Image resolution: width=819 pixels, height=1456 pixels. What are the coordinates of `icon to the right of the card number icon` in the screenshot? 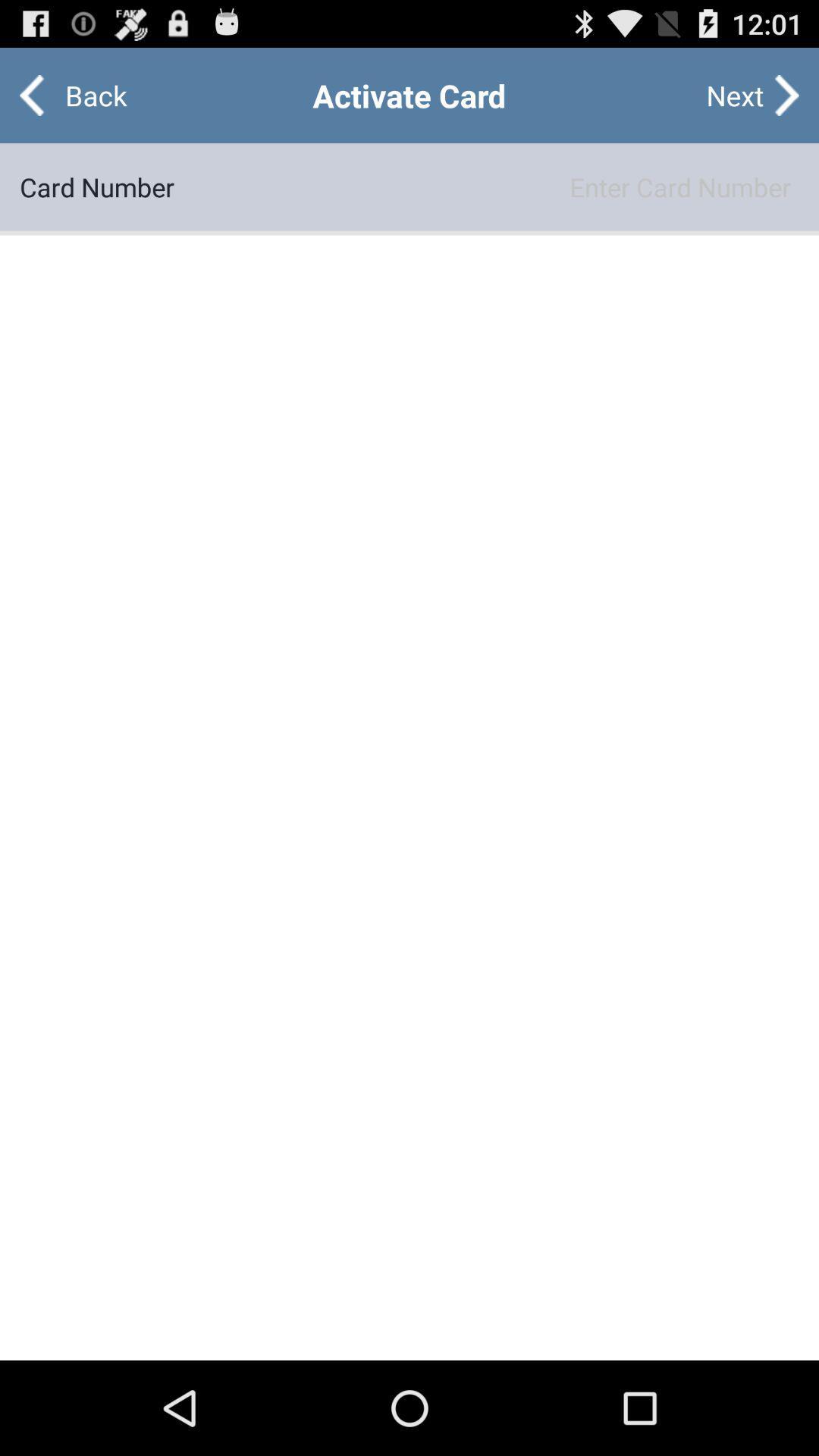 It's located at (486, 186).